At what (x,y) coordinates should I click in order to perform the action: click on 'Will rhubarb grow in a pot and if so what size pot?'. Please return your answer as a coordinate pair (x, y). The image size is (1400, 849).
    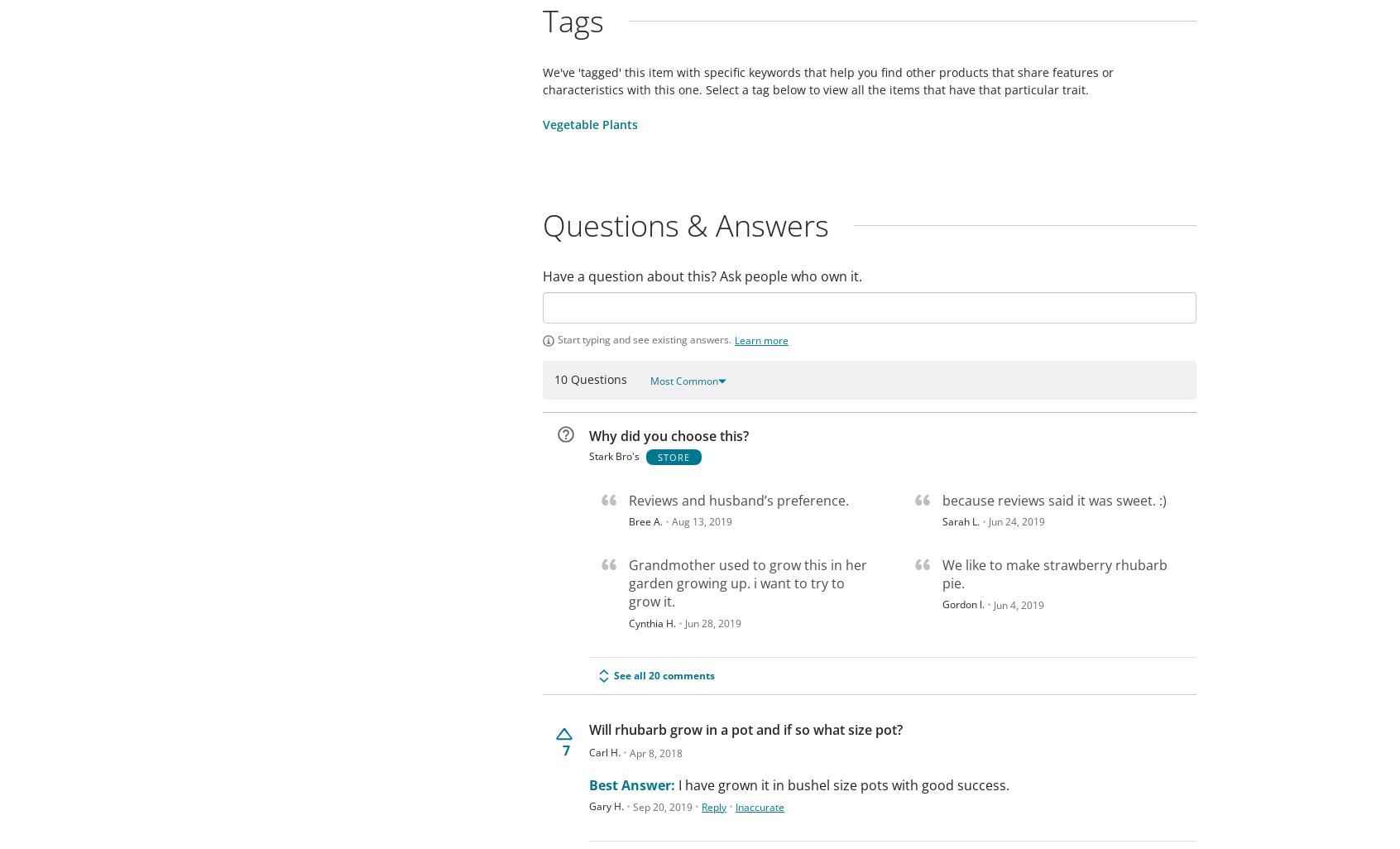
    Looking at the image, I should click on (745, 728).